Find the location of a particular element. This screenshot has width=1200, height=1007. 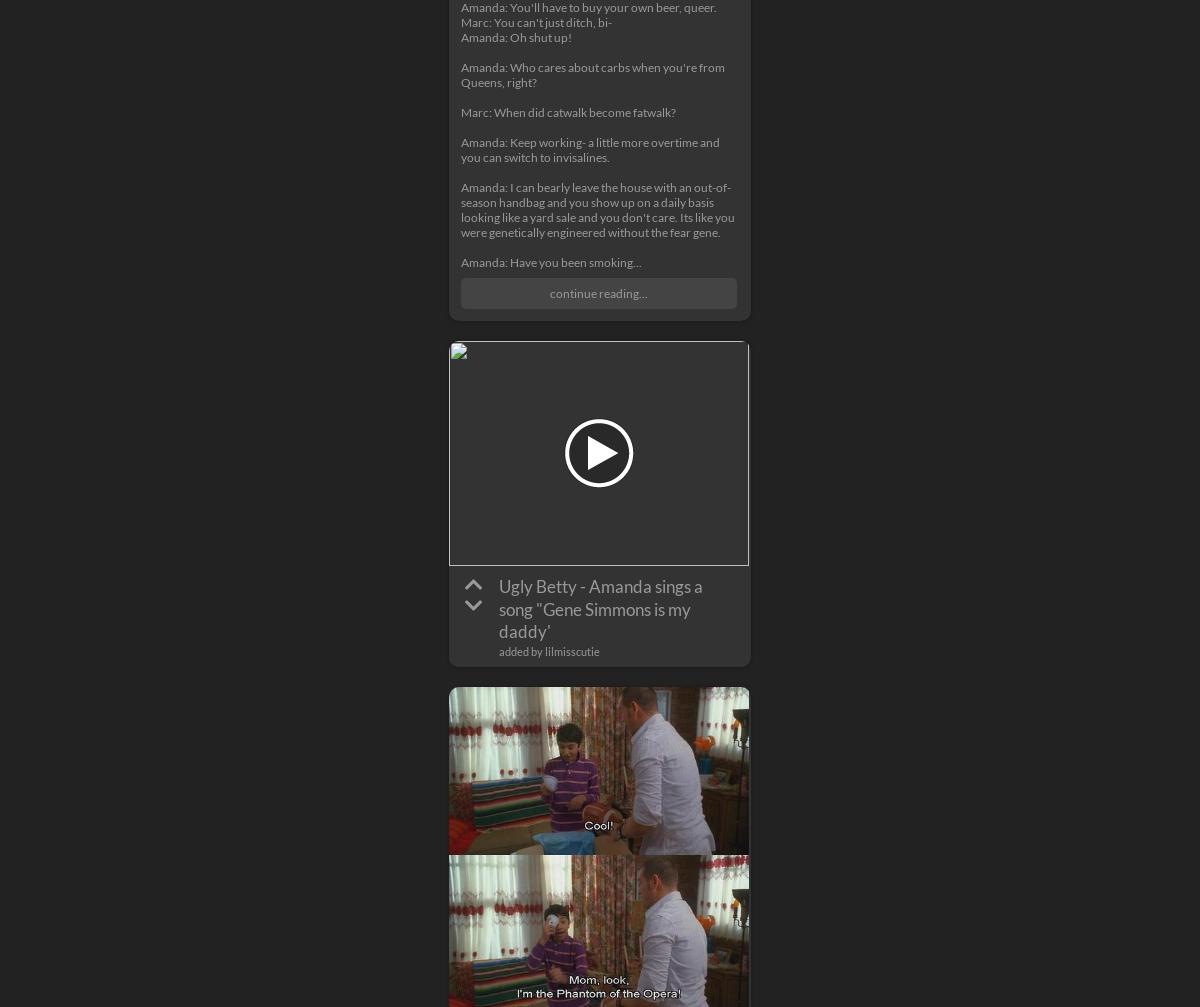

'Ugly Betty - Amanda sings a song "Gene Simmons is my daddy'' is located at coordinates (600, 607).